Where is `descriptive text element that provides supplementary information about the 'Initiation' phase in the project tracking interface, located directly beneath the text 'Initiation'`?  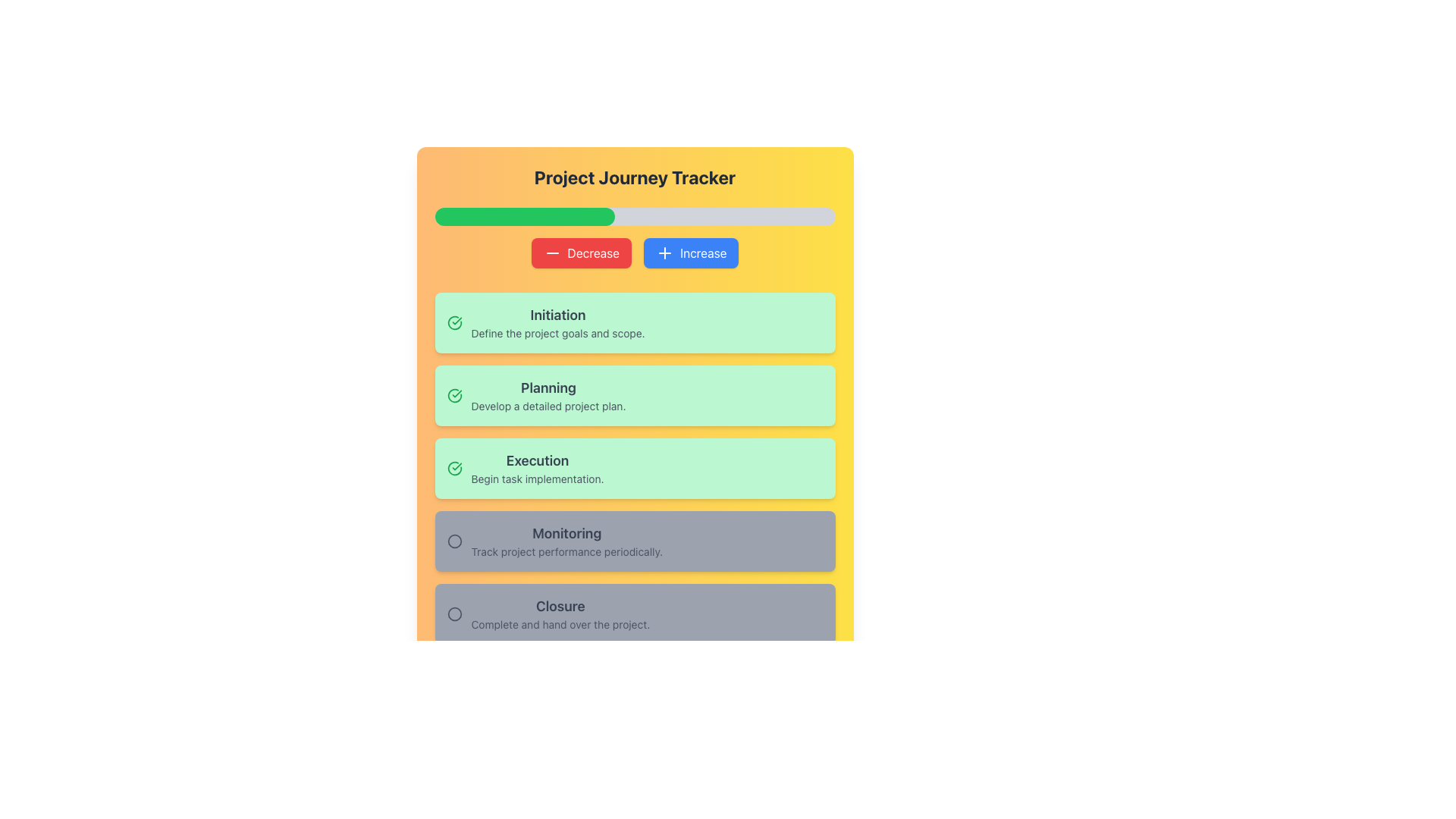
descriptive text element that provides supplementary information about the 'Initiation' phase in the project tracking interface, located directly beneath the text 'Initiation' is located at coordinates (557, 332).